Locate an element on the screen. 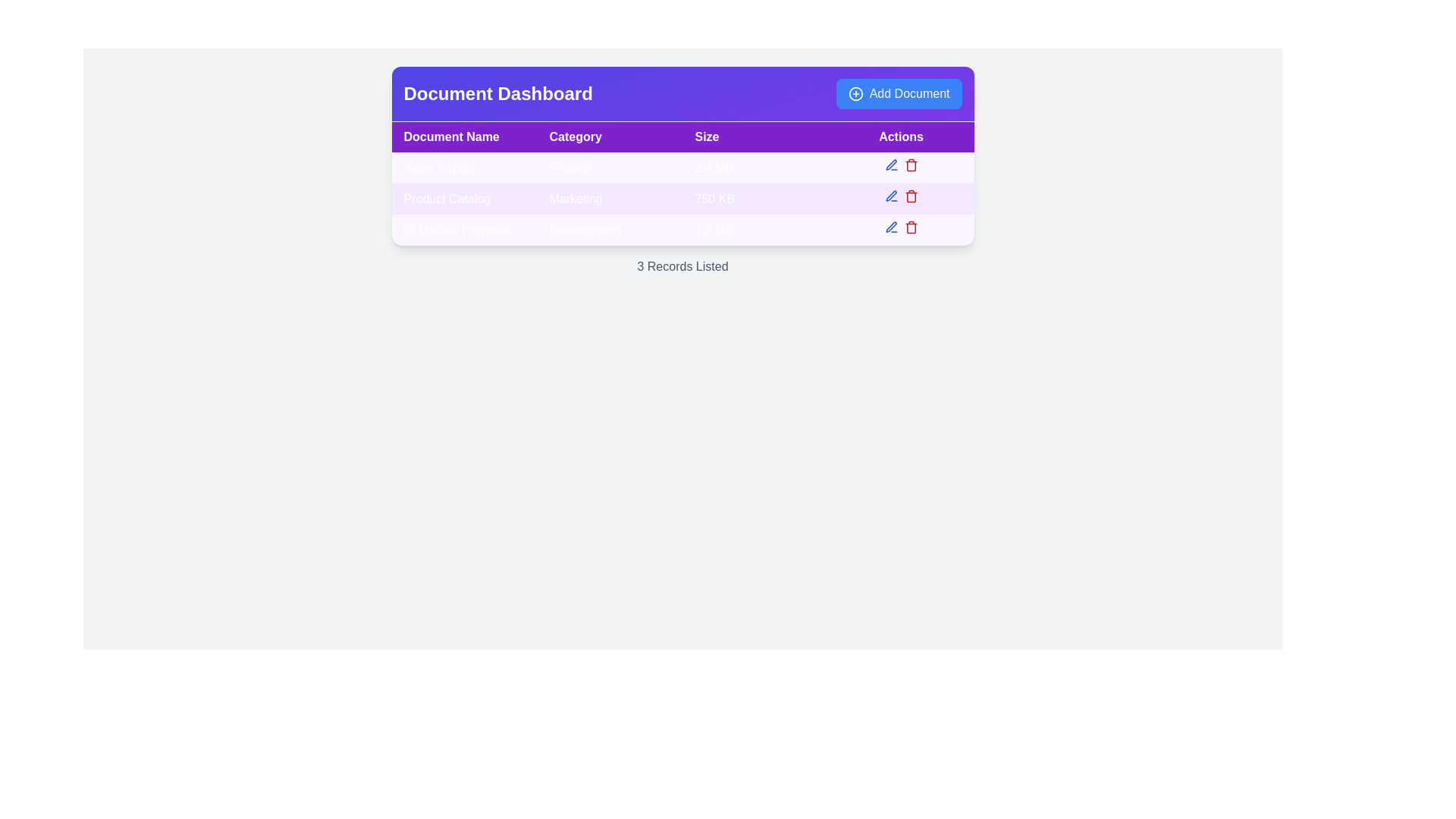 The image size is (1456, 819). the second row of the Document Dashboard table that displays information about the 'Product Catalog', which is categorized under 'Marketing' and has a size of '750 KB' is located at coordinates (682, 198).